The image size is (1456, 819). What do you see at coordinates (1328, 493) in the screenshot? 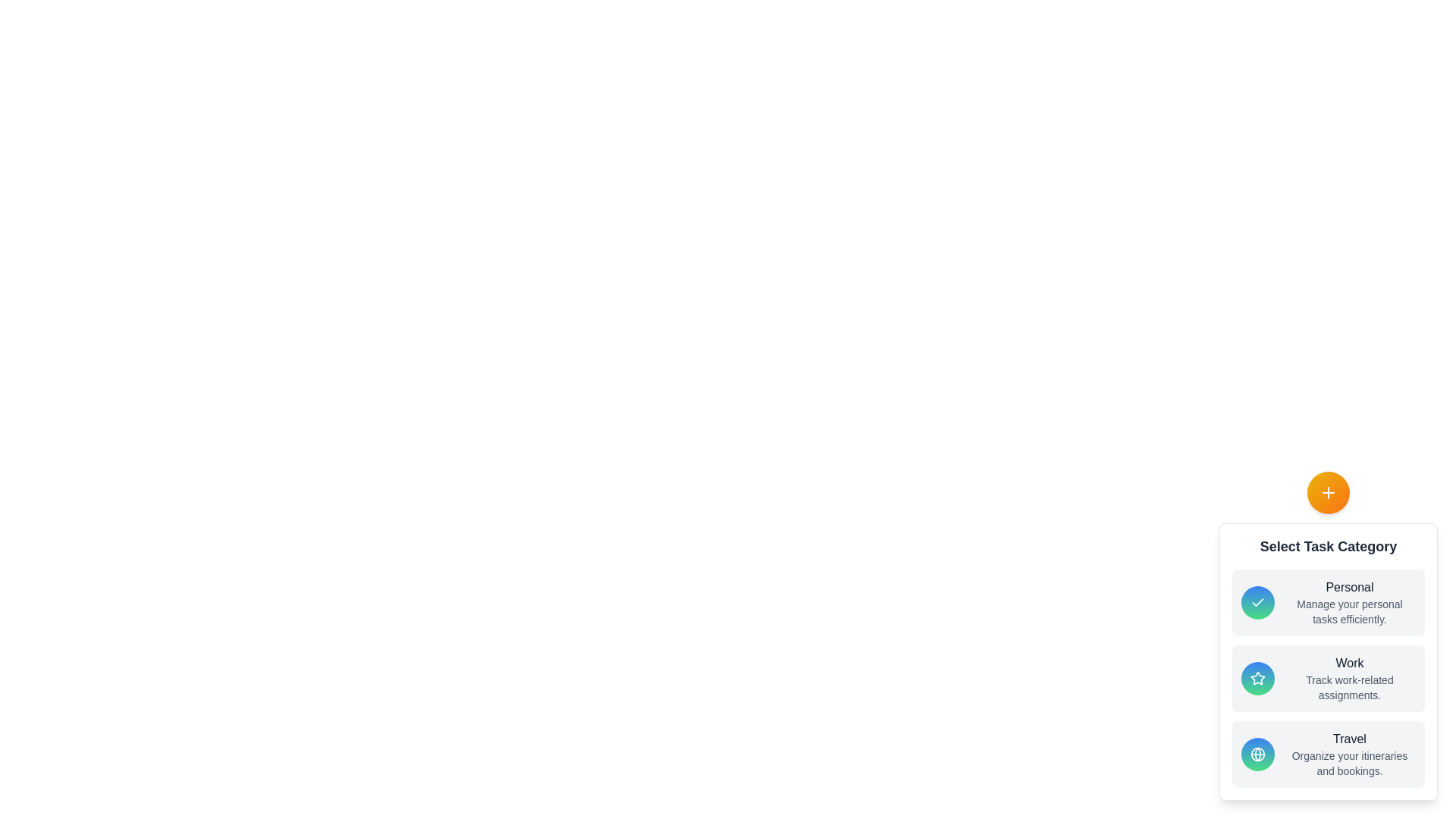
I see `the orange plus button to toggle the menu` at bounding box center [1328, 493].